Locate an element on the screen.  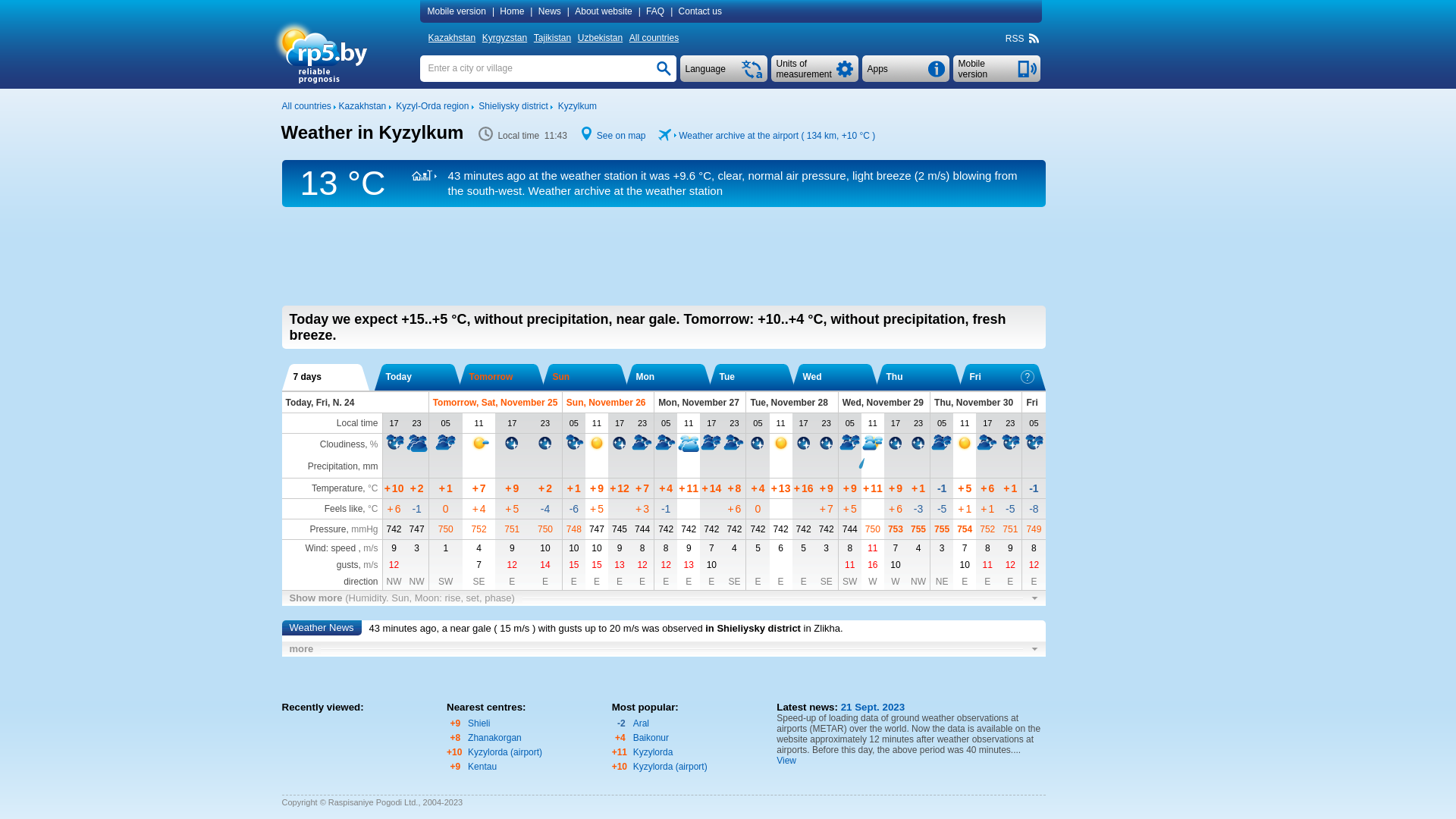
'7 days' is located at coordinates (324, 376).